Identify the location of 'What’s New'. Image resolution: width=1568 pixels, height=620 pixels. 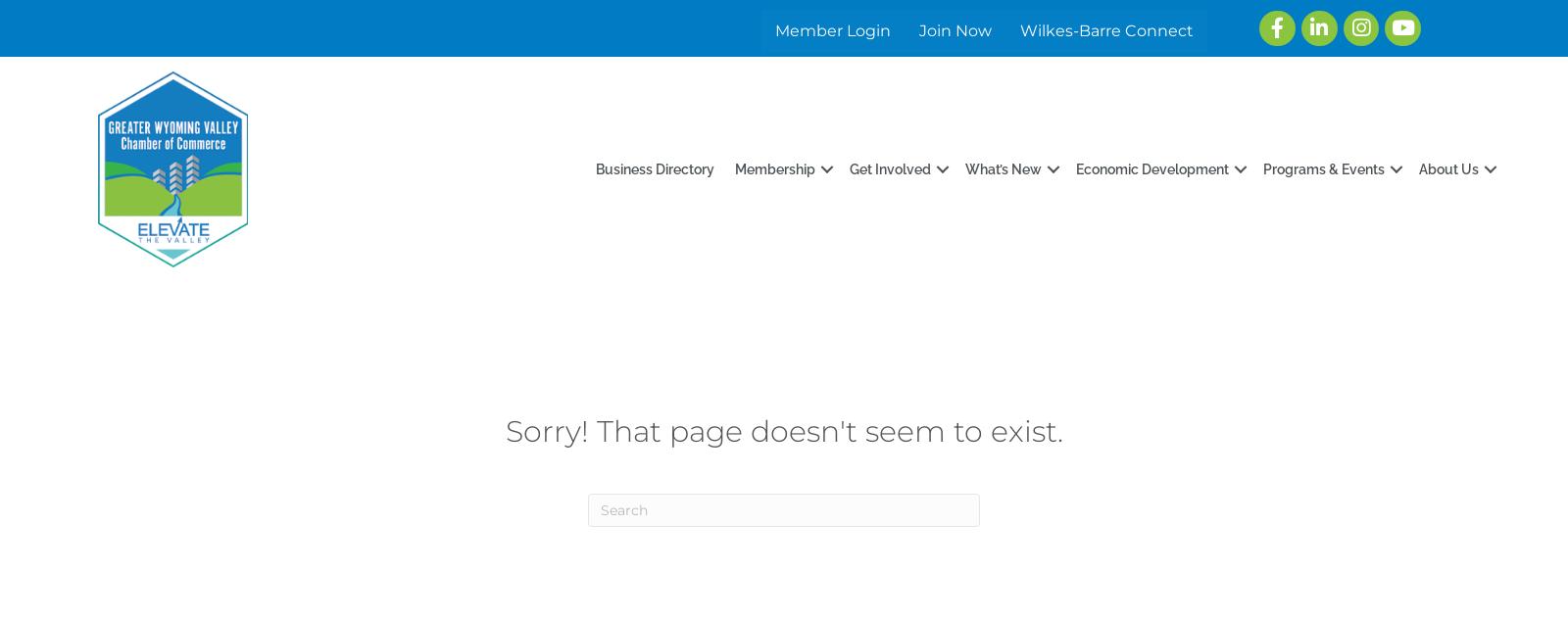
(963, 167).